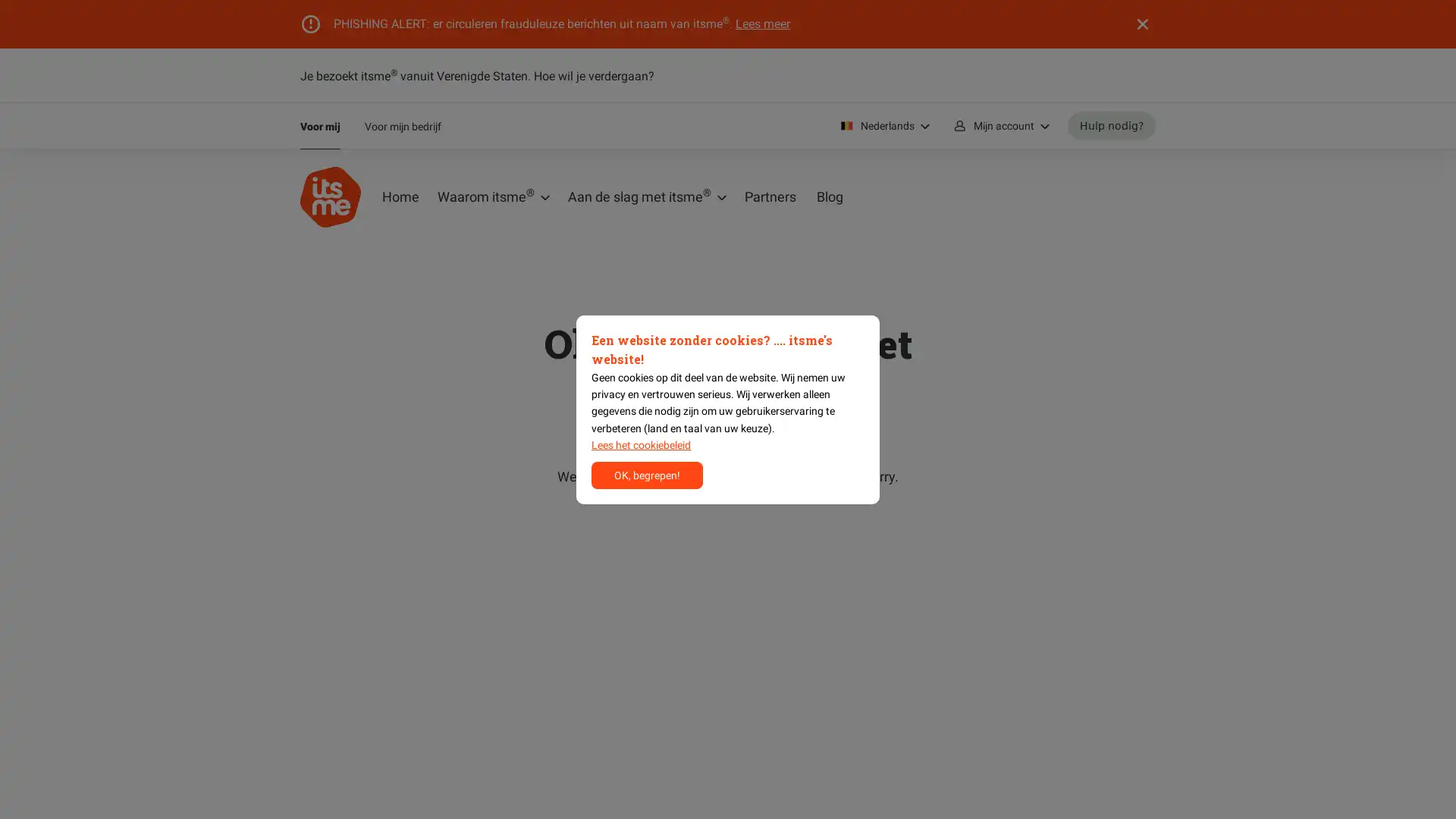  I want to click on Customize, so click(641, 444).